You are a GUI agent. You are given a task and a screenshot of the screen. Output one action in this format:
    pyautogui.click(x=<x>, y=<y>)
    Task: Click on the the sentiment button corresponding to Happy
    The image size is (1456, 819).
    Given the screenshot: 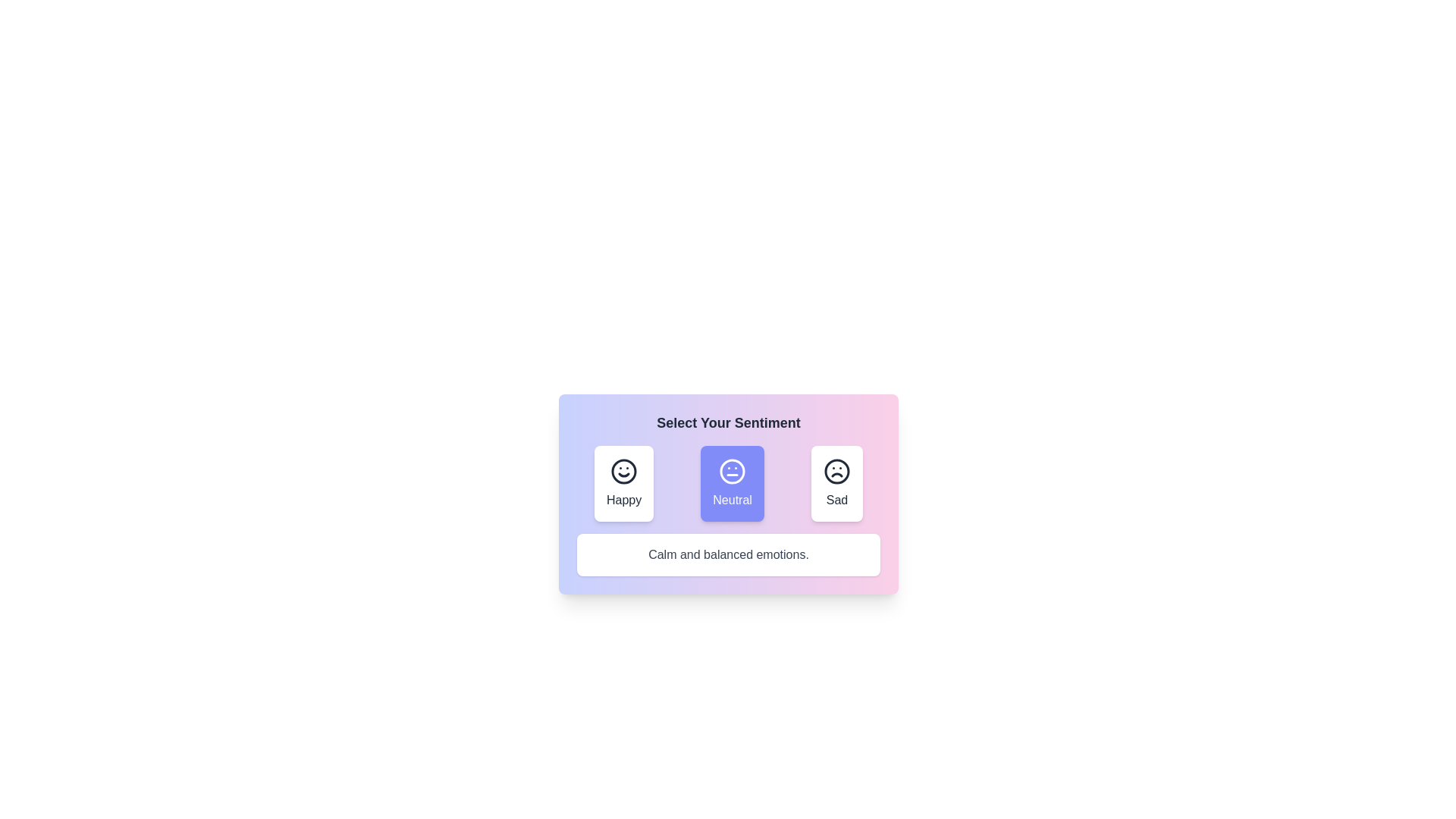 What is the action you would take?
    pyautogui.click(x=624, y=483)
    